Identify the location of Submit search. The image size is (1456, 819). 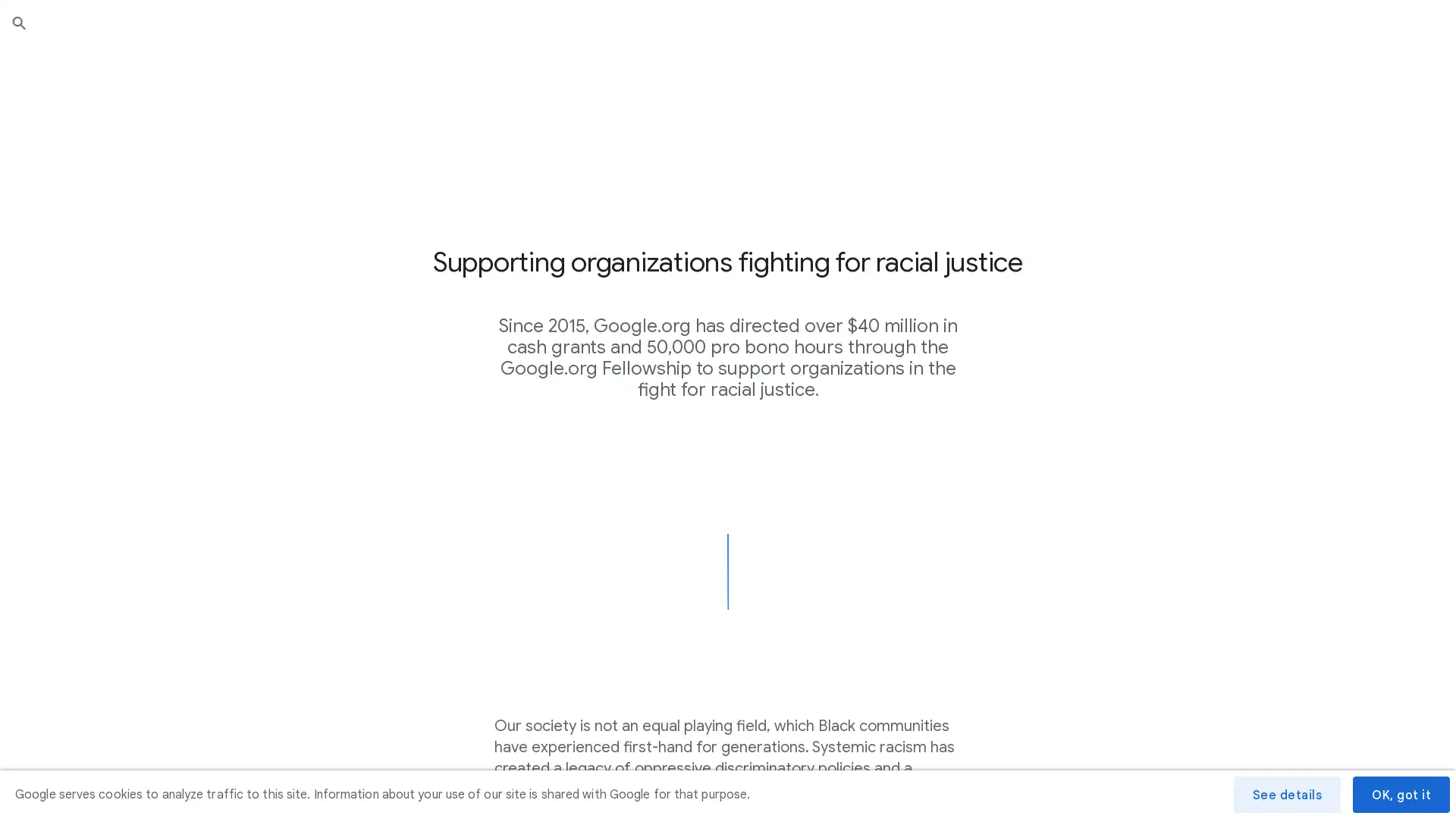
(1419, 26).